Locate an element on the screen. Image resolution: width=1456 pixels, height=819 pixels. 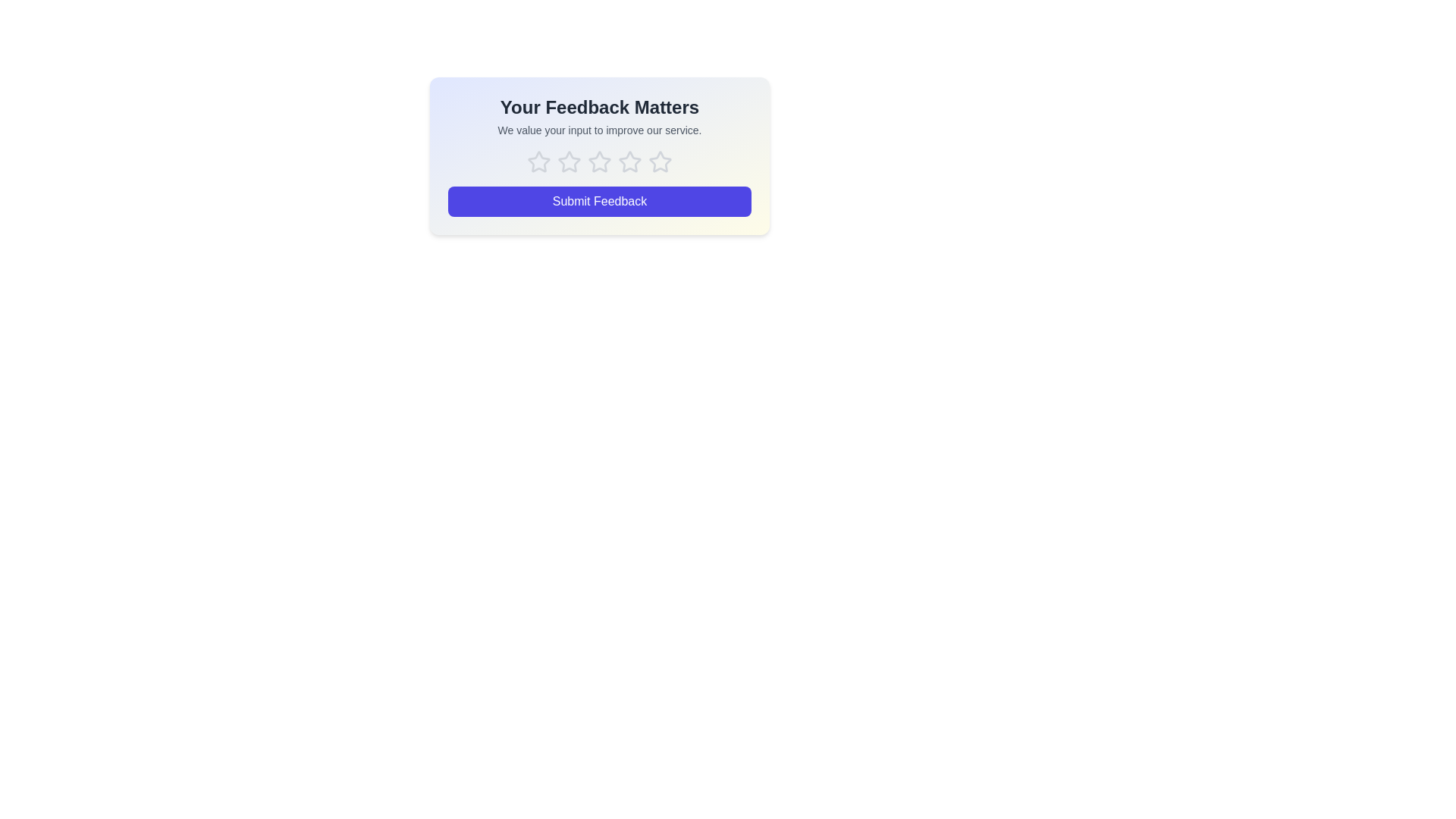
the fifth star in the rating selection row is located at coordinates (660, 162).